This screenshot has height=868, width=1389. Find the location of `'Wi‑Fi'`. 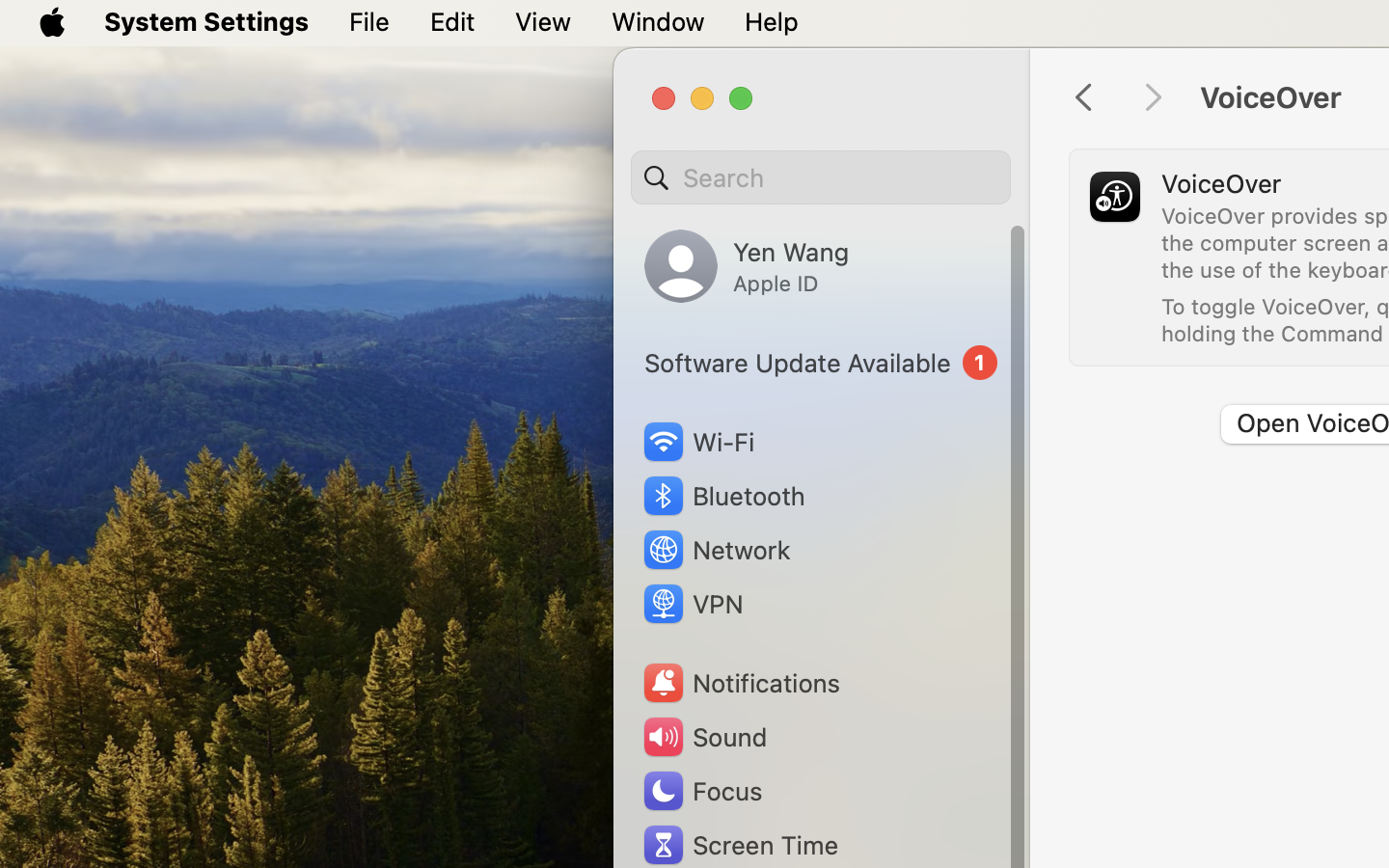

'Wi‑Fi' is located at coordinates (696, 441).